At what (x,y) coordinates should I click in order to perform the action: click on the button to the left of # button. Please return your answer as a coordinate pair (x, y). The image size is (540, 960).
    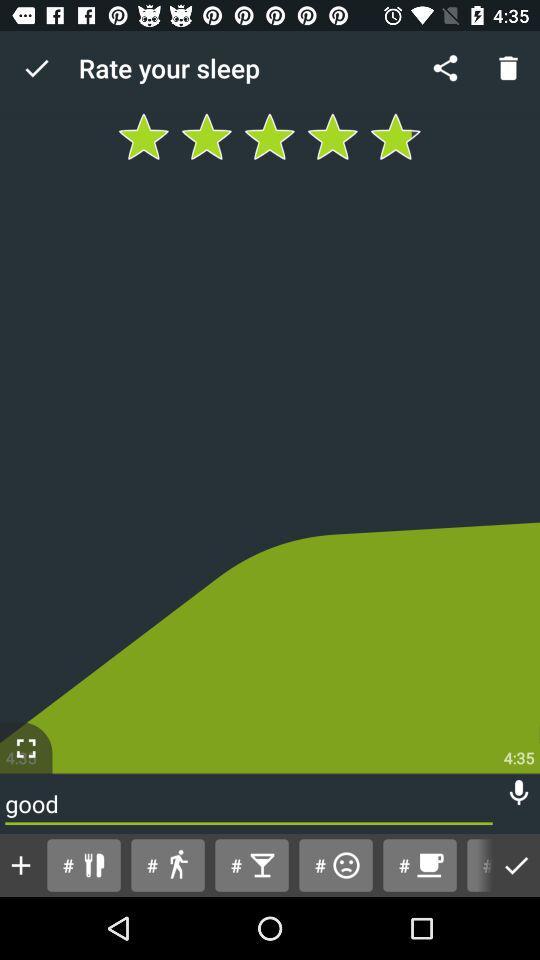
    Looking at the image, I should click on (419, 864).